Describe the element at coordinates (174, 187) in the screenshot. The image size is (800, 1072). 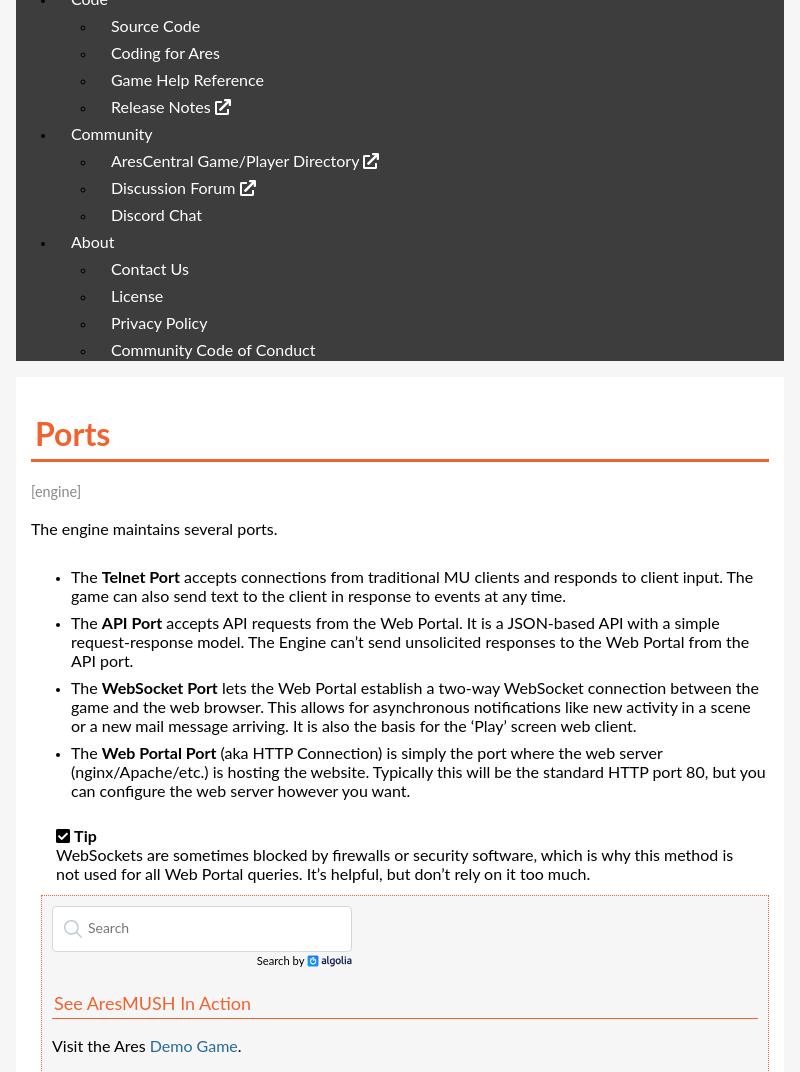
I see `'Discussion Forum'` at that location.